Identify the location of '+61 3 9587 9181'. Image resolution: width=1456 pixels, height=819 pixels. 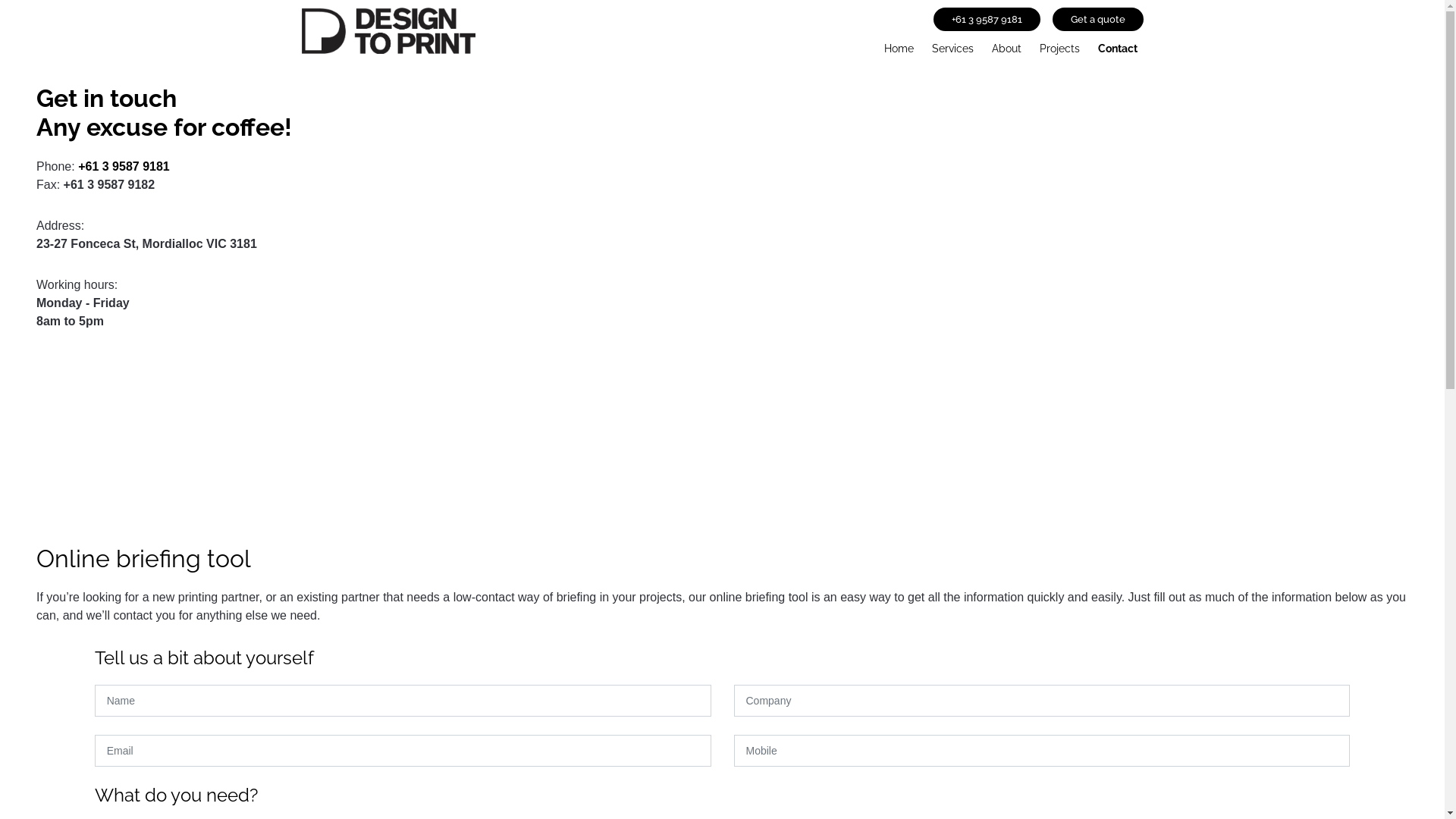
(77, 166).